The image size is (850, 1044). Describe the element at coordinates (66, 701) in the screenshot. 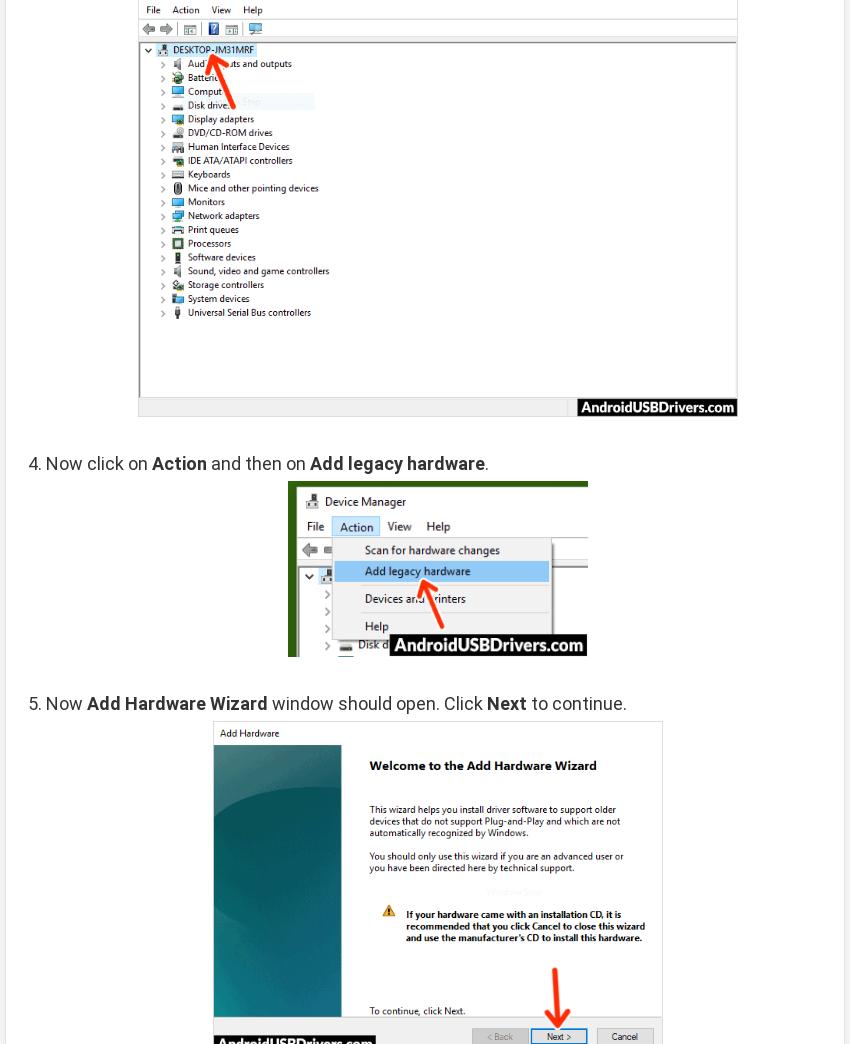

I see `'Now'` at that location.